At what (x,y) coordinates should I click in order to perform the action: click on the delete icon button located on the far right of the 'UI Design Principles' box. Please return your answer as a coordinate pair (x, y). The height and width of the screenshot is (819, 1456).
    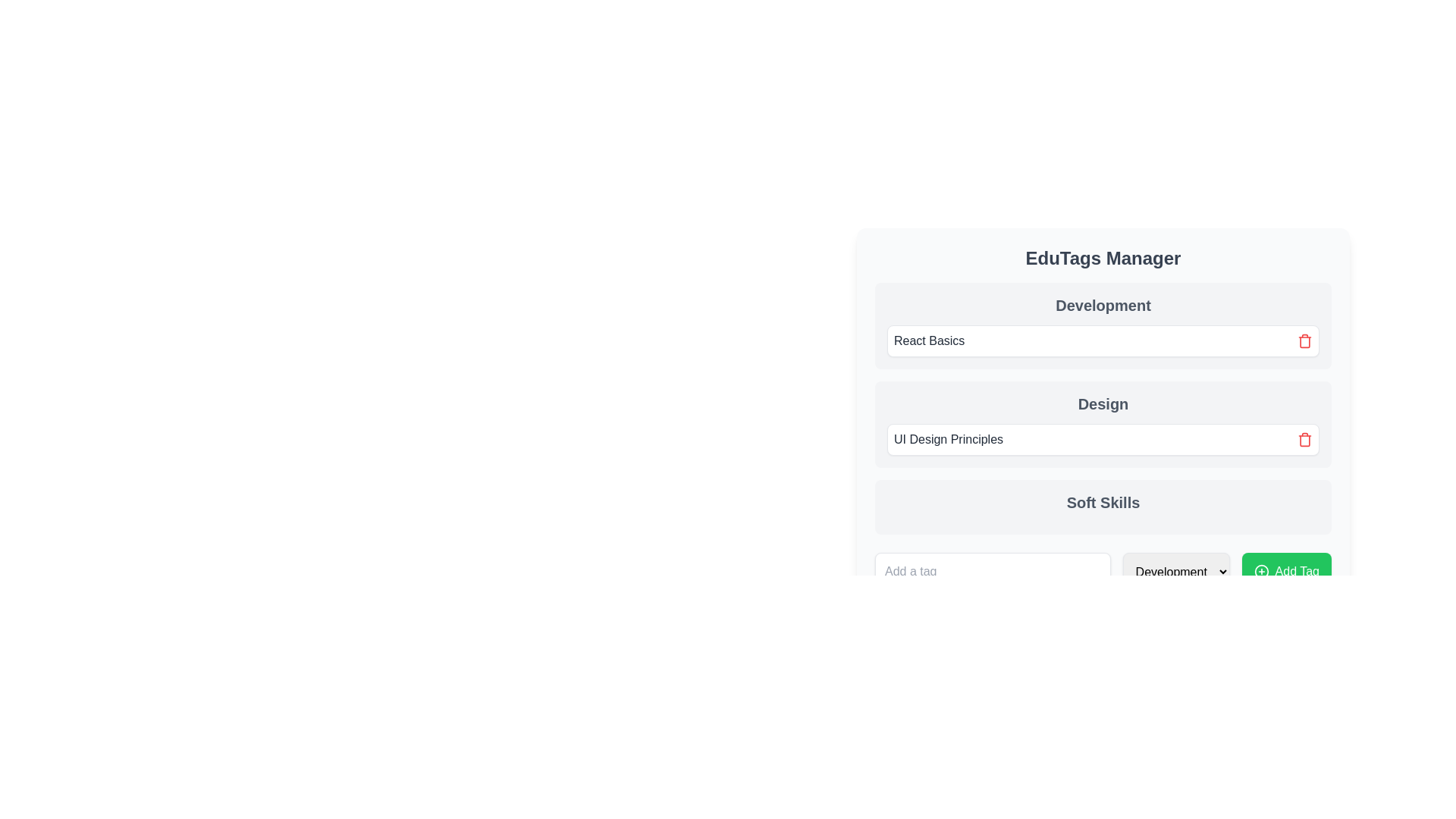
    Looking at the image, I should click on (1304, 439).